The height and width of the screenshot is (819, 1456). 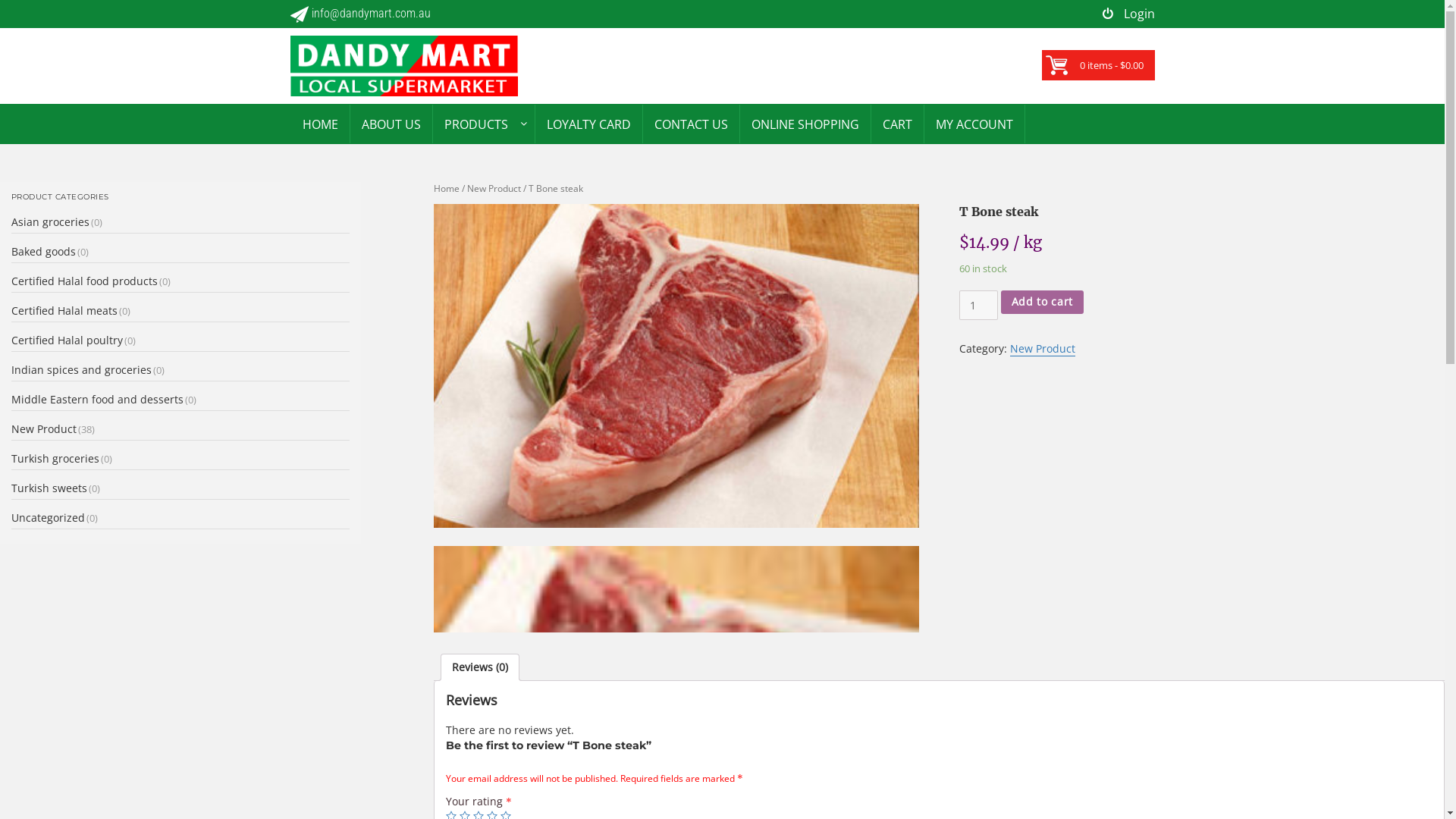 What do you see at coordinates (349, 123) in the screenshot?
I see `'ABOUT US'` at bounding box center [349, 123].